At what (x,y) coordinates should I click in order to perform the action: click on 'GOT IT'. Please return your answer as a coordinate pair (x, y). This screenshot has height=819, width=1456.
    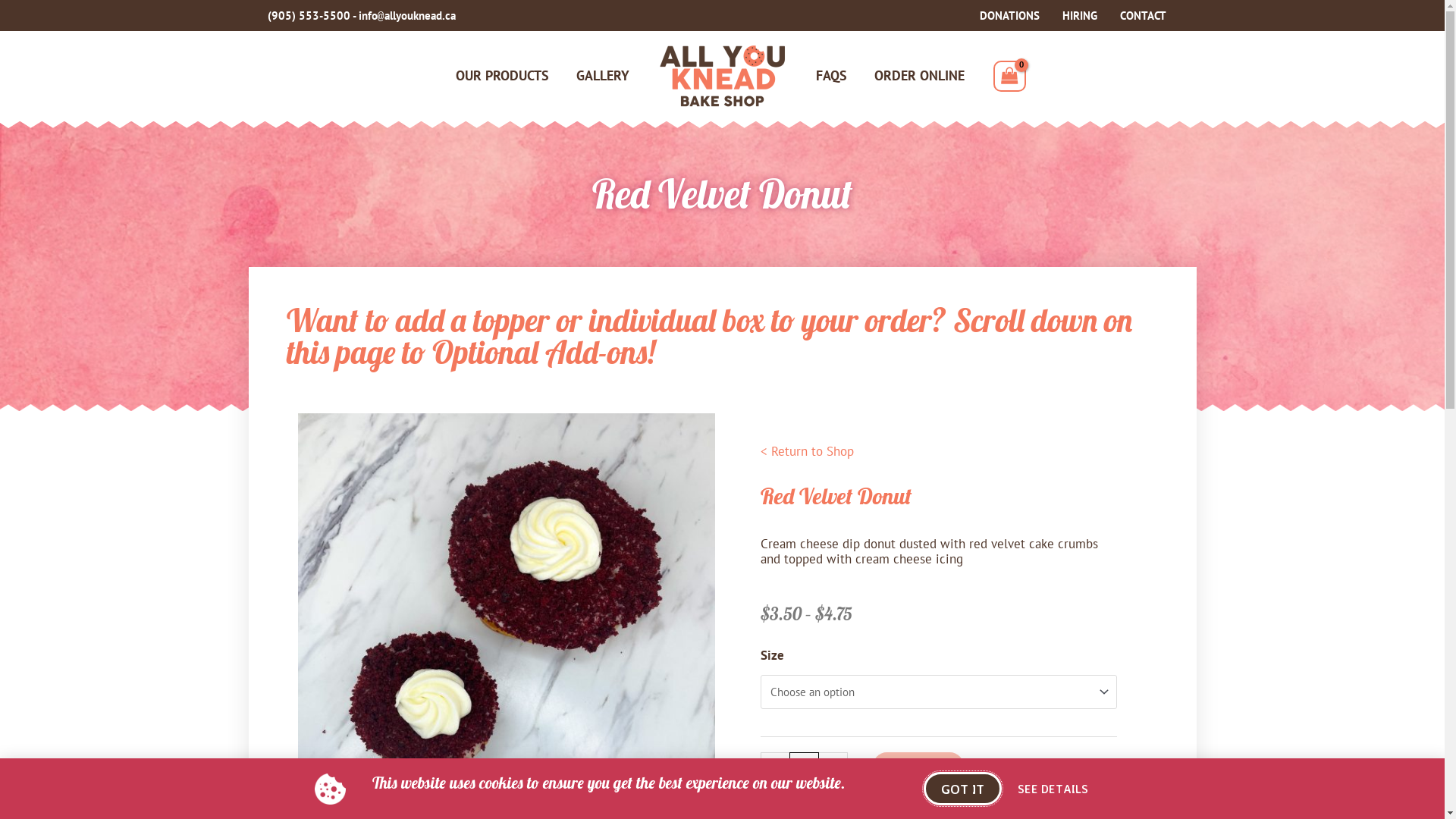
    Looking at the image, I should click on (962, 788).